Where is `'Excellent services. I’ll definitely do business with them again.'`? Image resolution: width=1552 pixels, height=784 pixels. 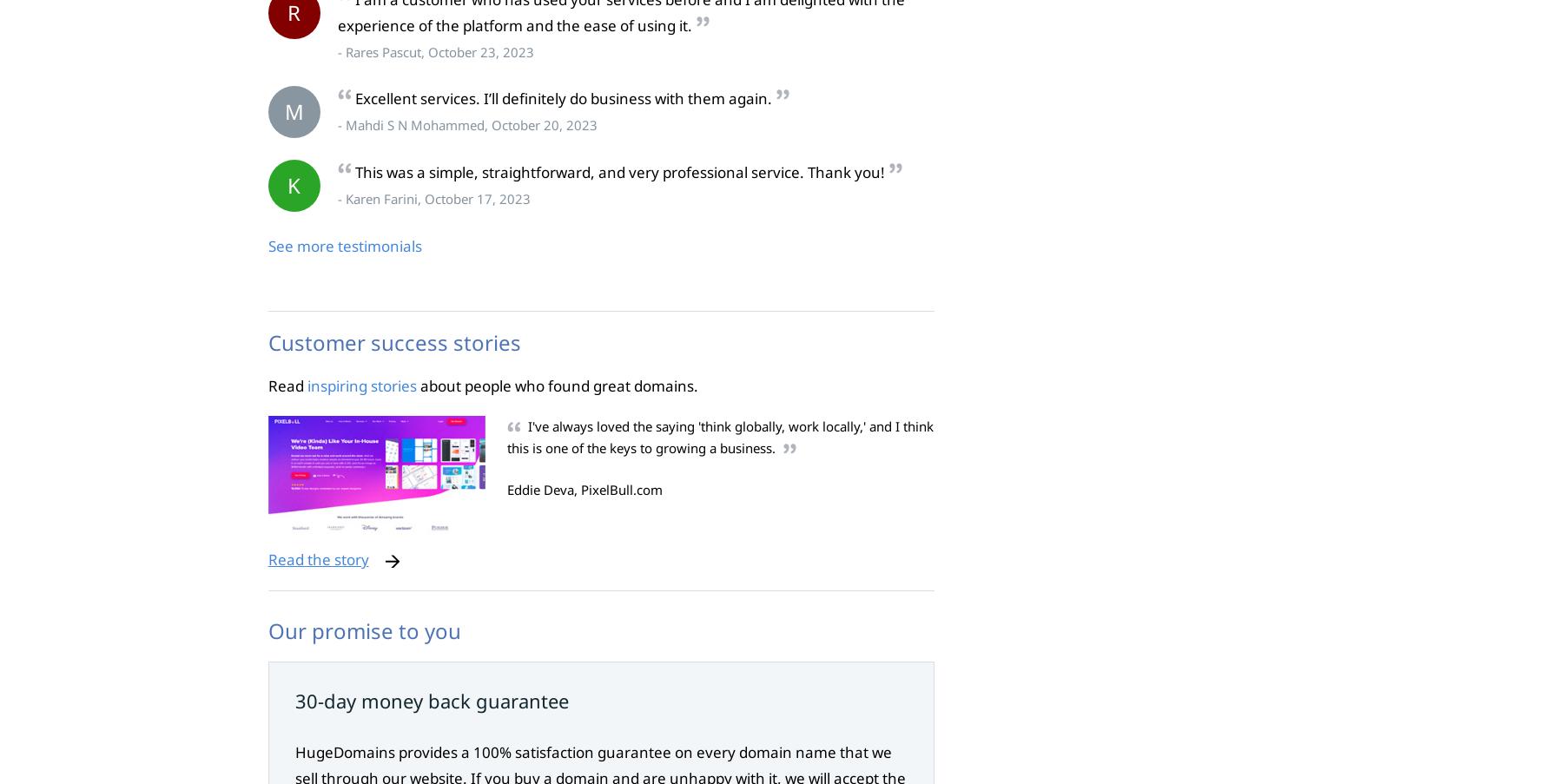
'Excellent services. I’ll definitely do business with them again.' is located at coordinates (561, 98).